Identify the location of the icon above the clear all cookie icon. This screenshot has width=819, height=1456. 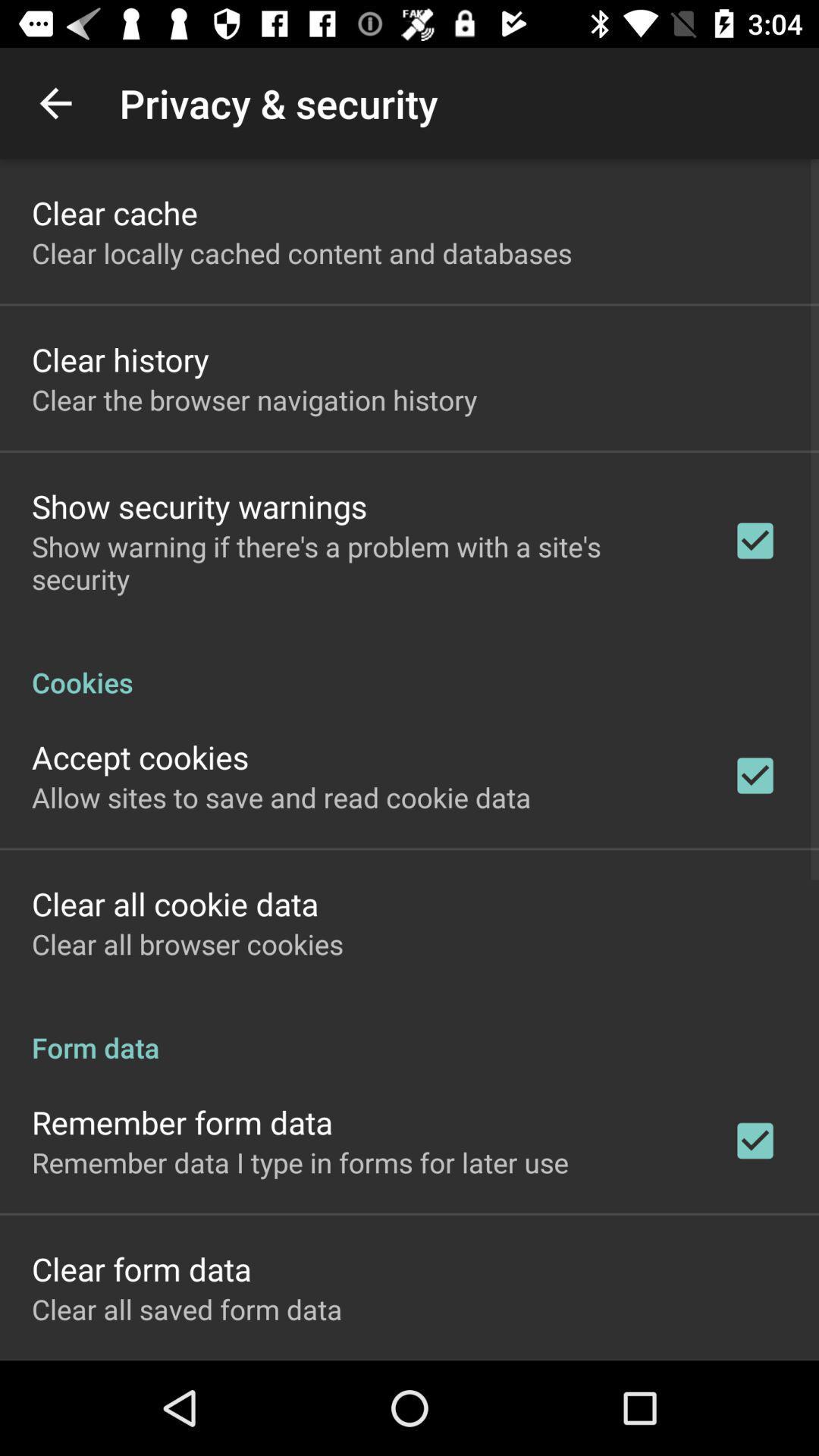
(281, 796).